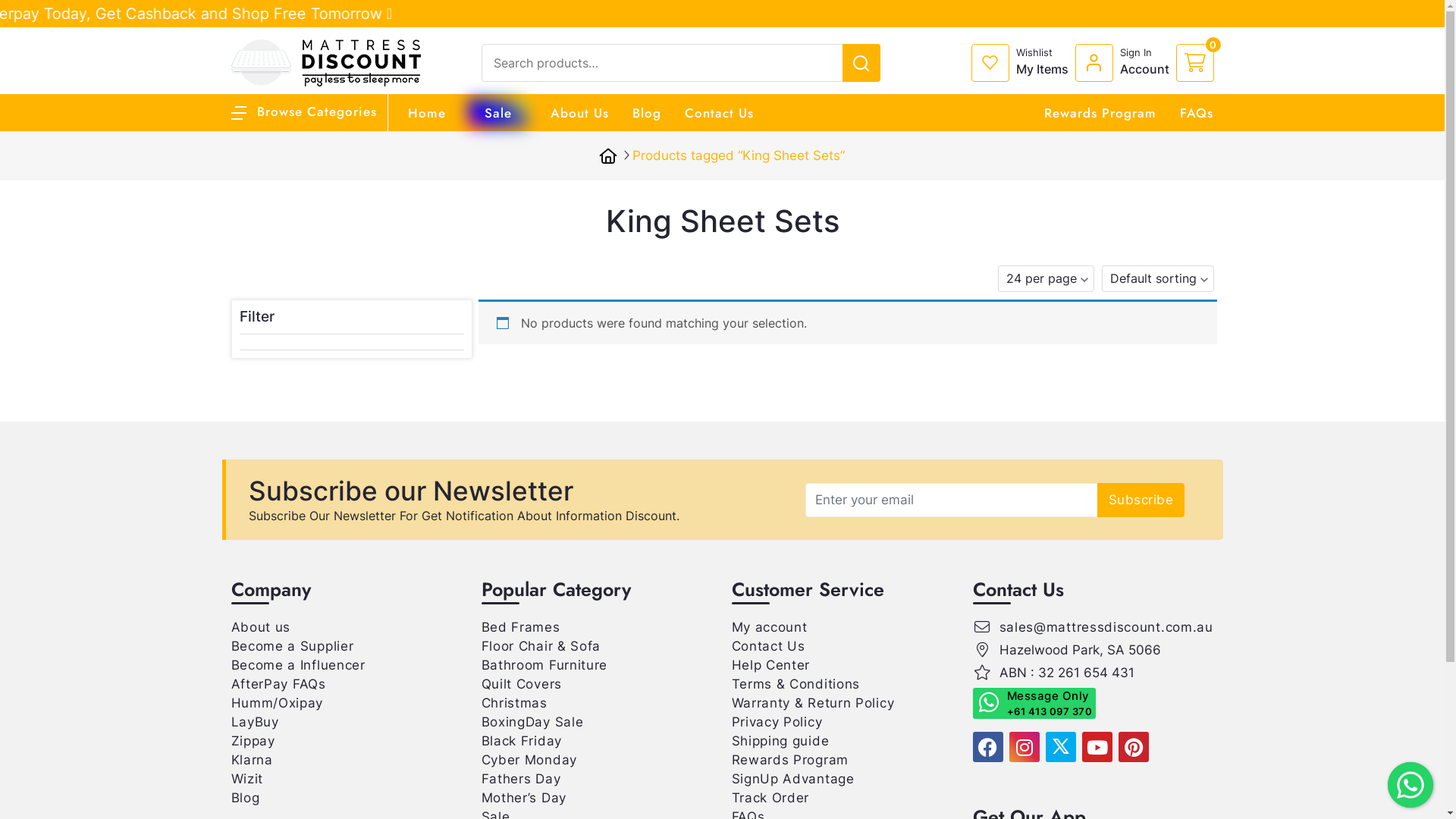 The width and height of the screenshot is (1456, 819). What do you see at coordinates (789, 760) in the screenshot?
I see `'Rewards Program'` at bounding box center [789, 760].